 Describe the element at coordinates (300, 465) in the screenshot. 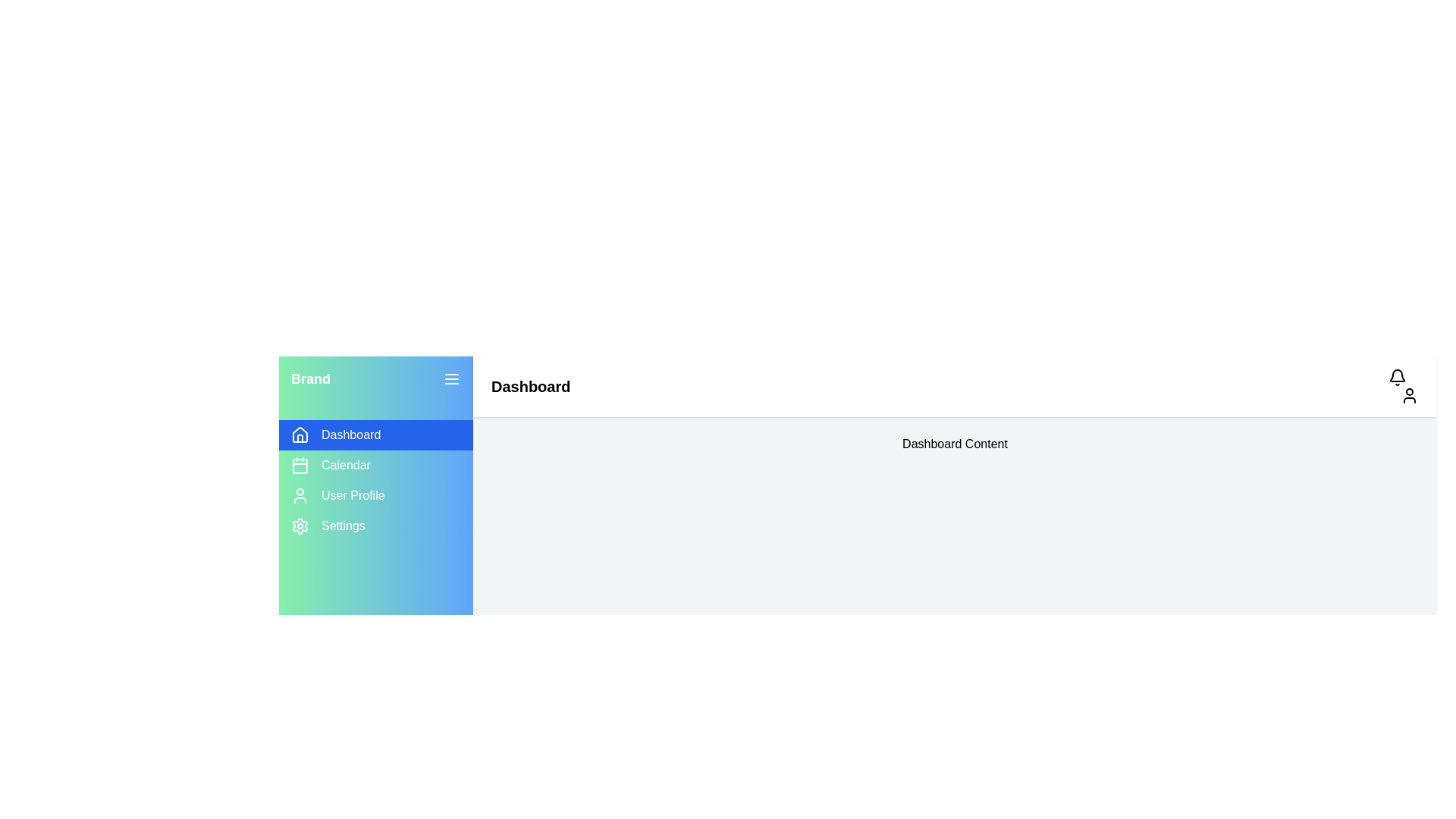

I see `the background rectangle of the 'Calendar' option in the sidebar, which is the second navigation item from the top, situated below 'Dashboard' and above 'User Profile'` at that location.